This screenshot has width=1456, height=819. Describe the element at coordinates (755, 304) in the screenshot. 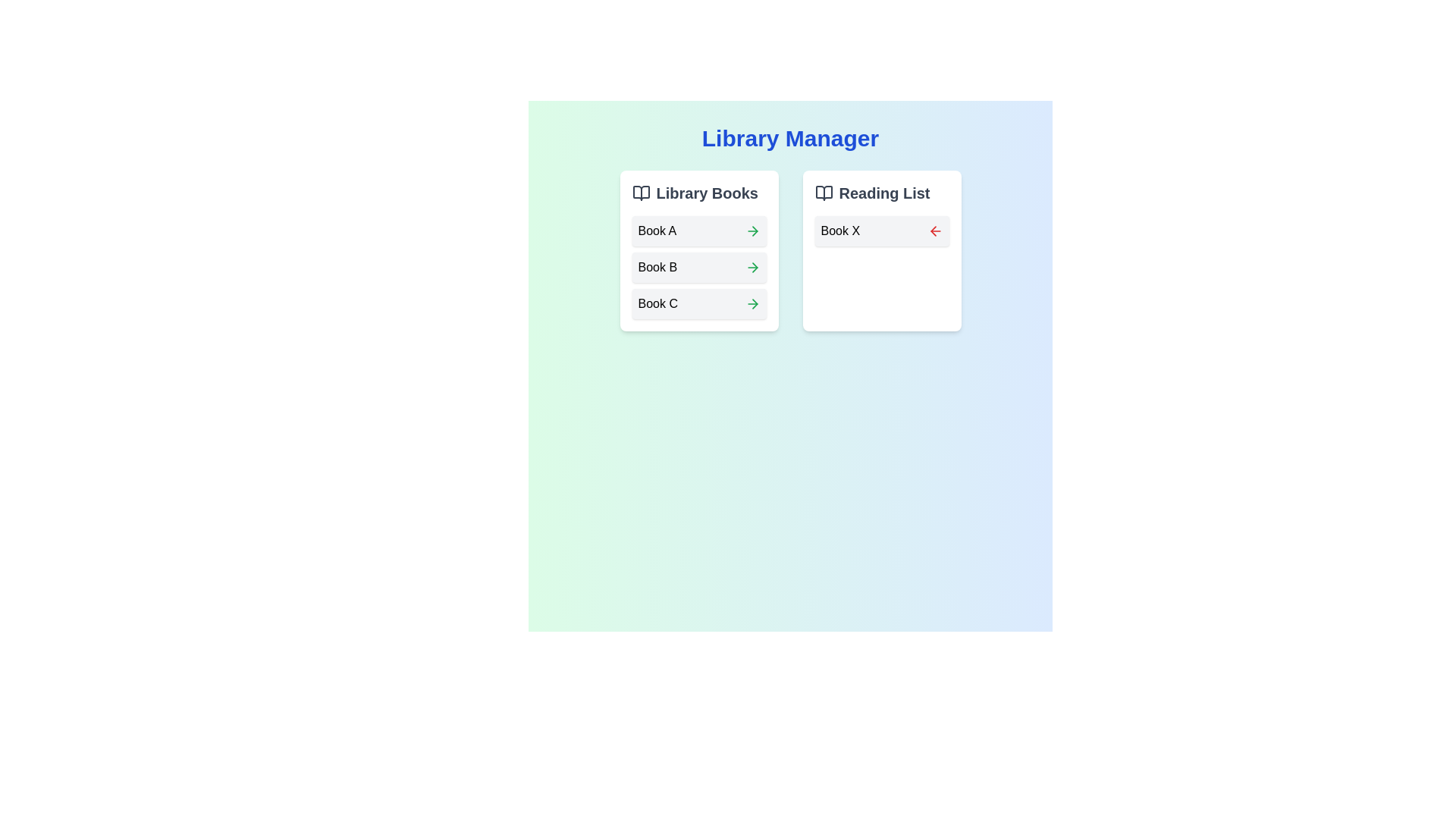

I see `the arrow icon located in the 'Library Books' section next to 'Book C'` at that location.